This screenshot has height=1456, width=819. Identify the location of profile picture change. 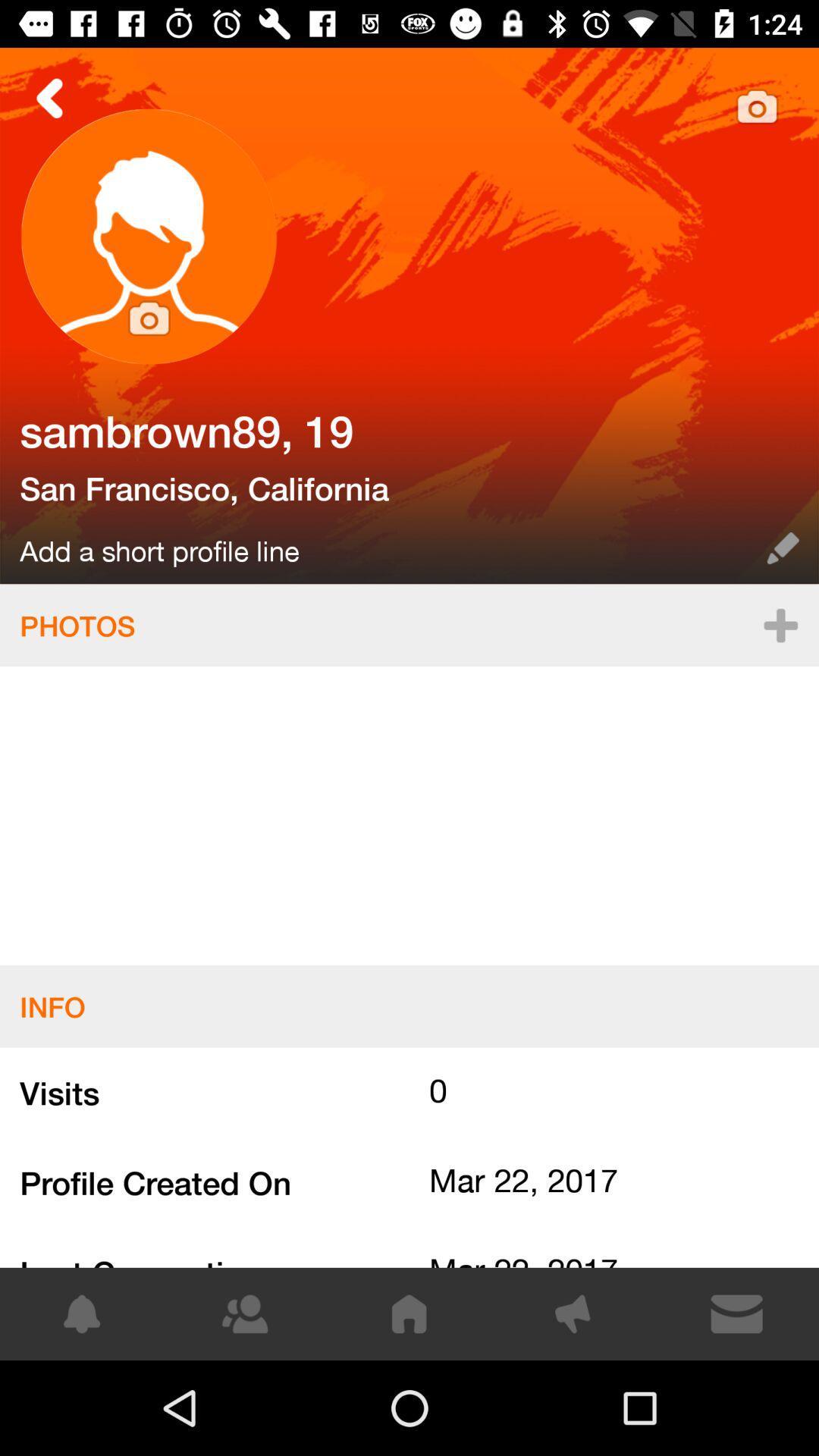
(149, 236).